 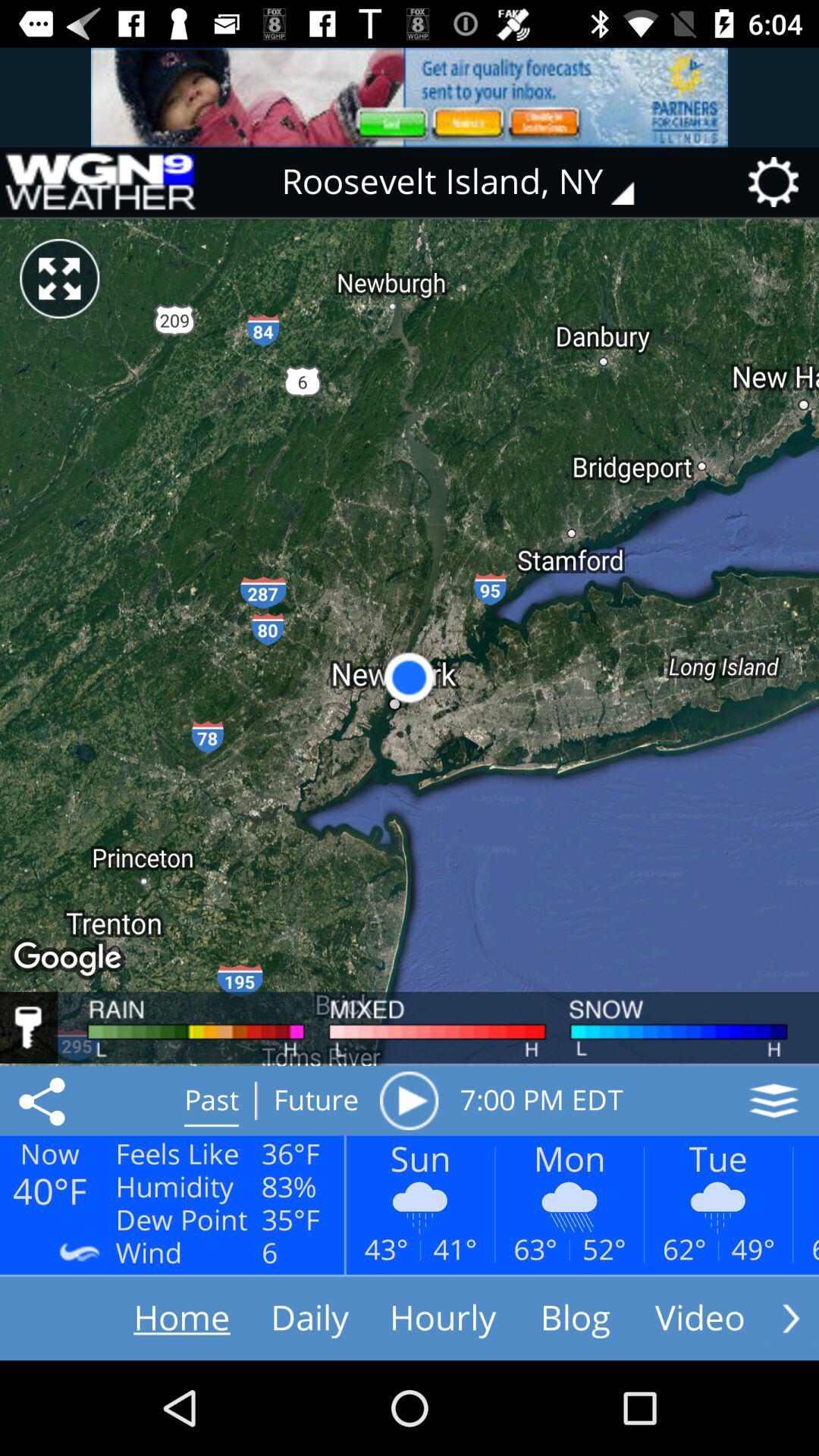 What do you see at coordinates (44, 1100) in the screenshot?
I see `the item to the left of the feels like item` at bounding box center [44, 1100].